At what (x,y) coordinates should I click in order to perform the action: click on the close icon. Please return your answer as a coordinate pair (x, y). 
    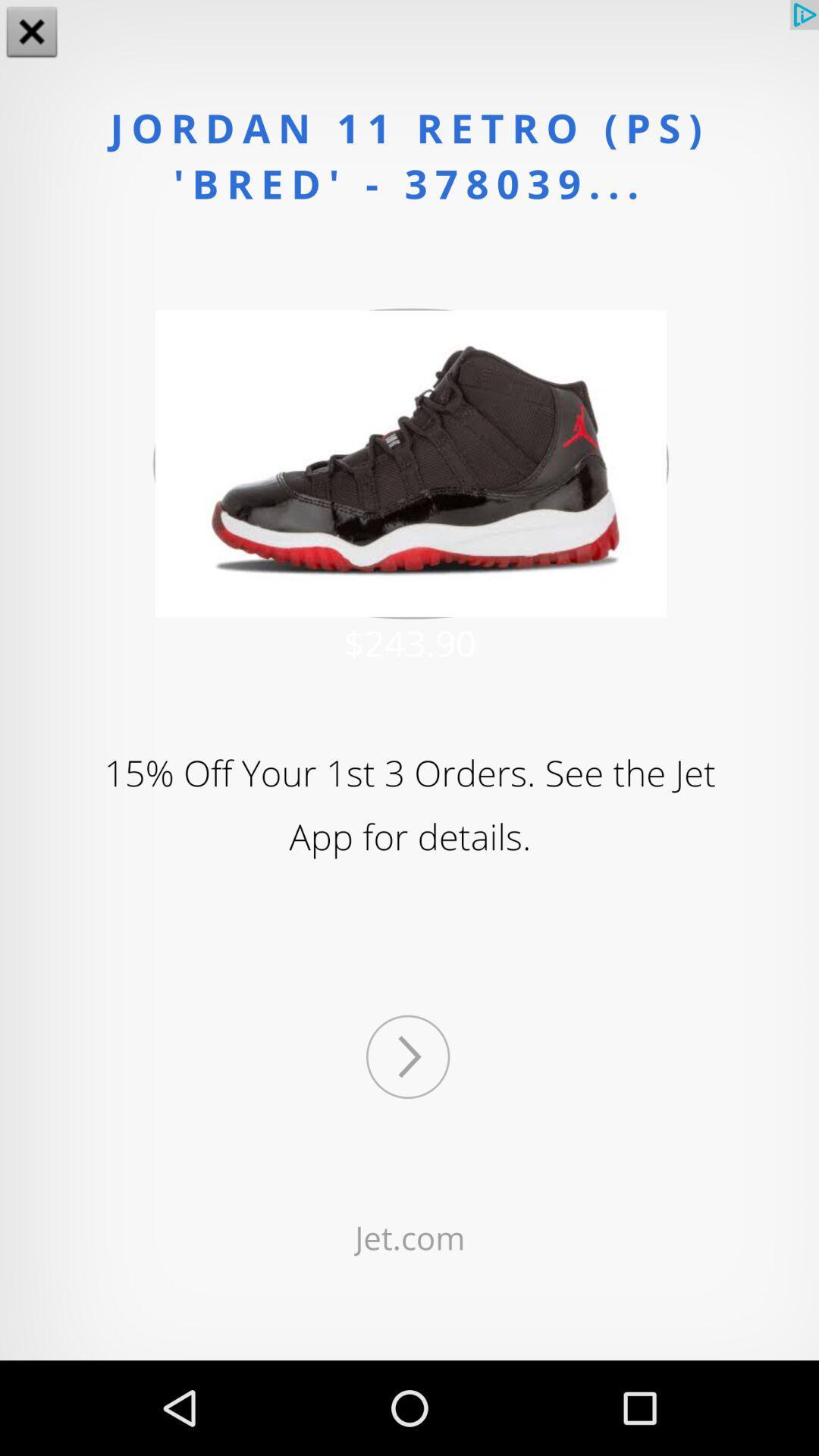
    Looking at the image, I should click on (32, 32).